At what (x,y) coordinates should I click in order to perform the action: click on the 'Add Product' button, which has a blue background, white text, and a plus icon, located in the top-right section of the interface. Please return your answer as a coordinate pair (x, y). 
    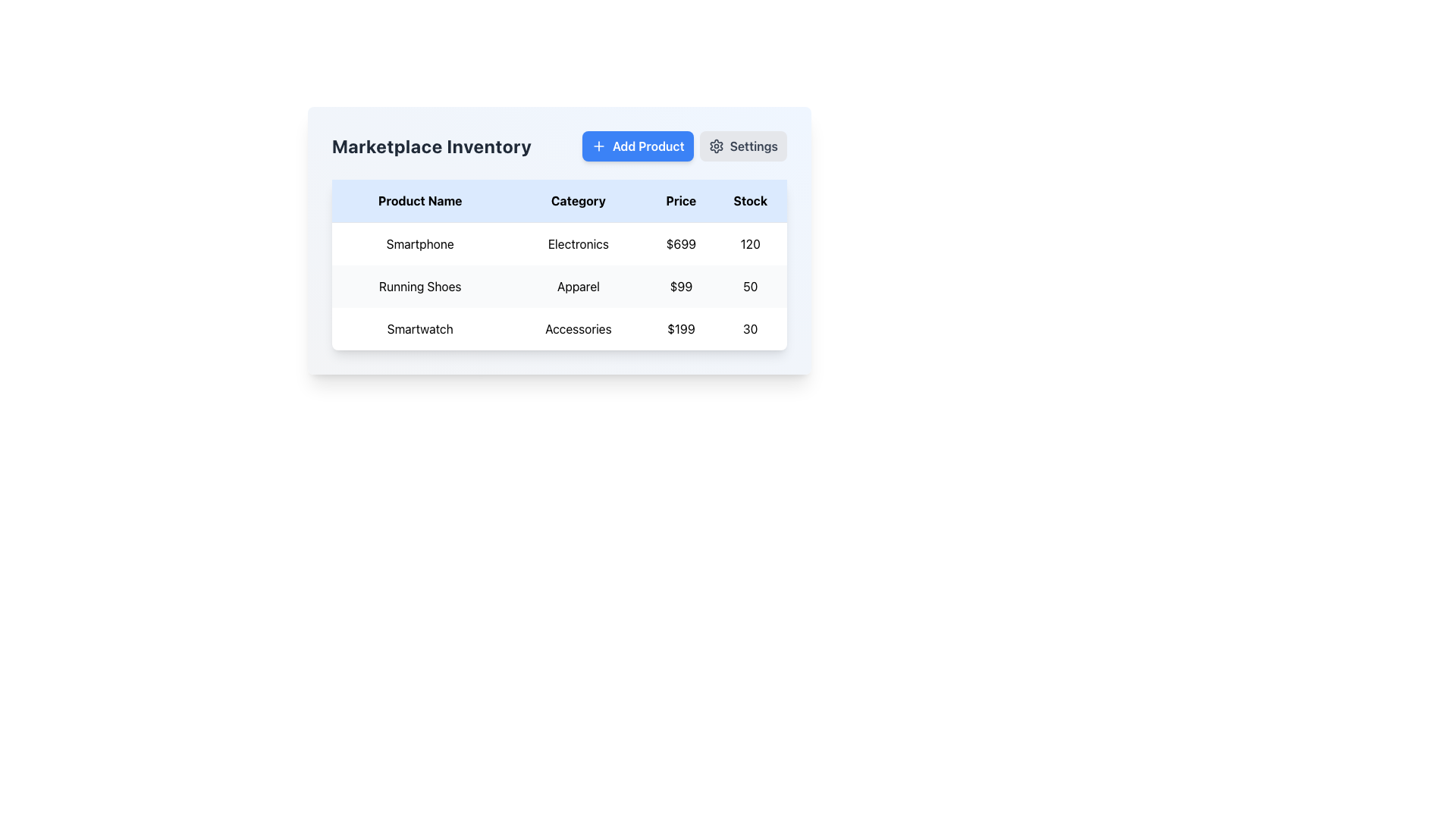
    Looking at the image, I should click on (638, 146).